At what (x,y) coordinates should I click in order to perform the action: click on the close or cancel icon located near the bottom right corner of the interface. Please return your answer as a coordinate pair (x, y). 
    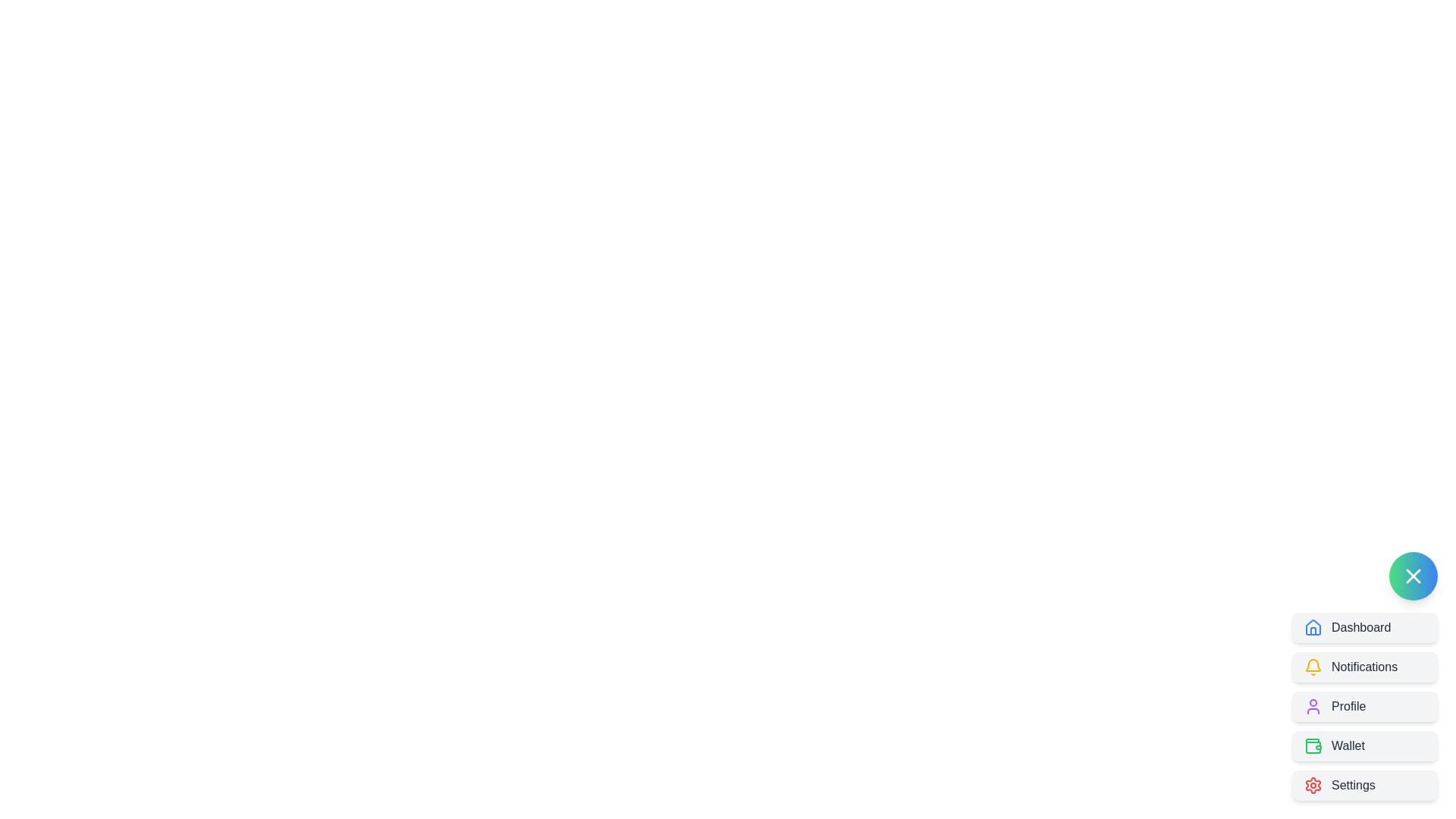
    Looking at the image, I should click on (1412, 576).